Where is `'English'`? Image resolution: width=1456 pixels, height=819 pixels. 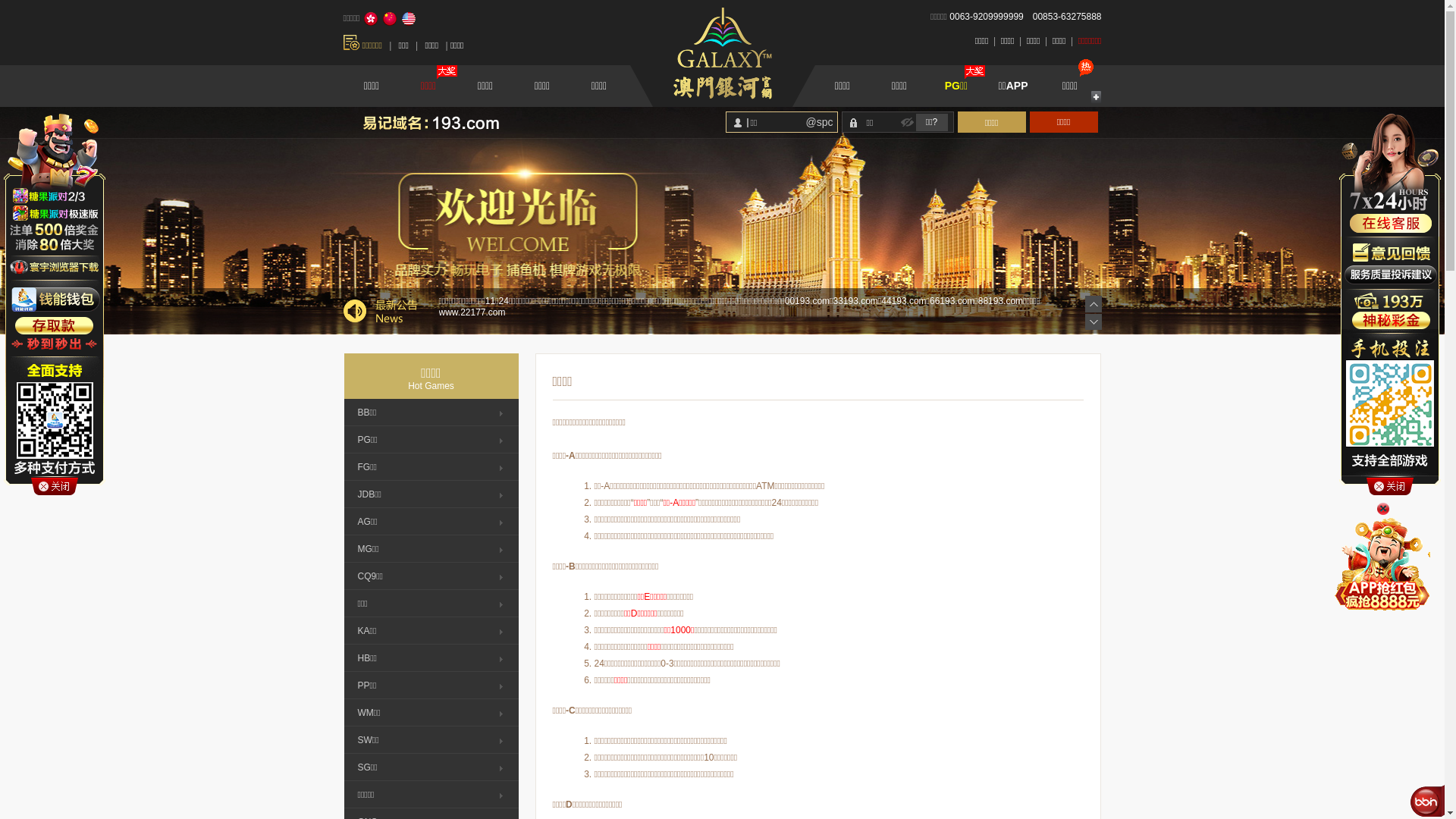 'English' is located at coordinates (408, 18).